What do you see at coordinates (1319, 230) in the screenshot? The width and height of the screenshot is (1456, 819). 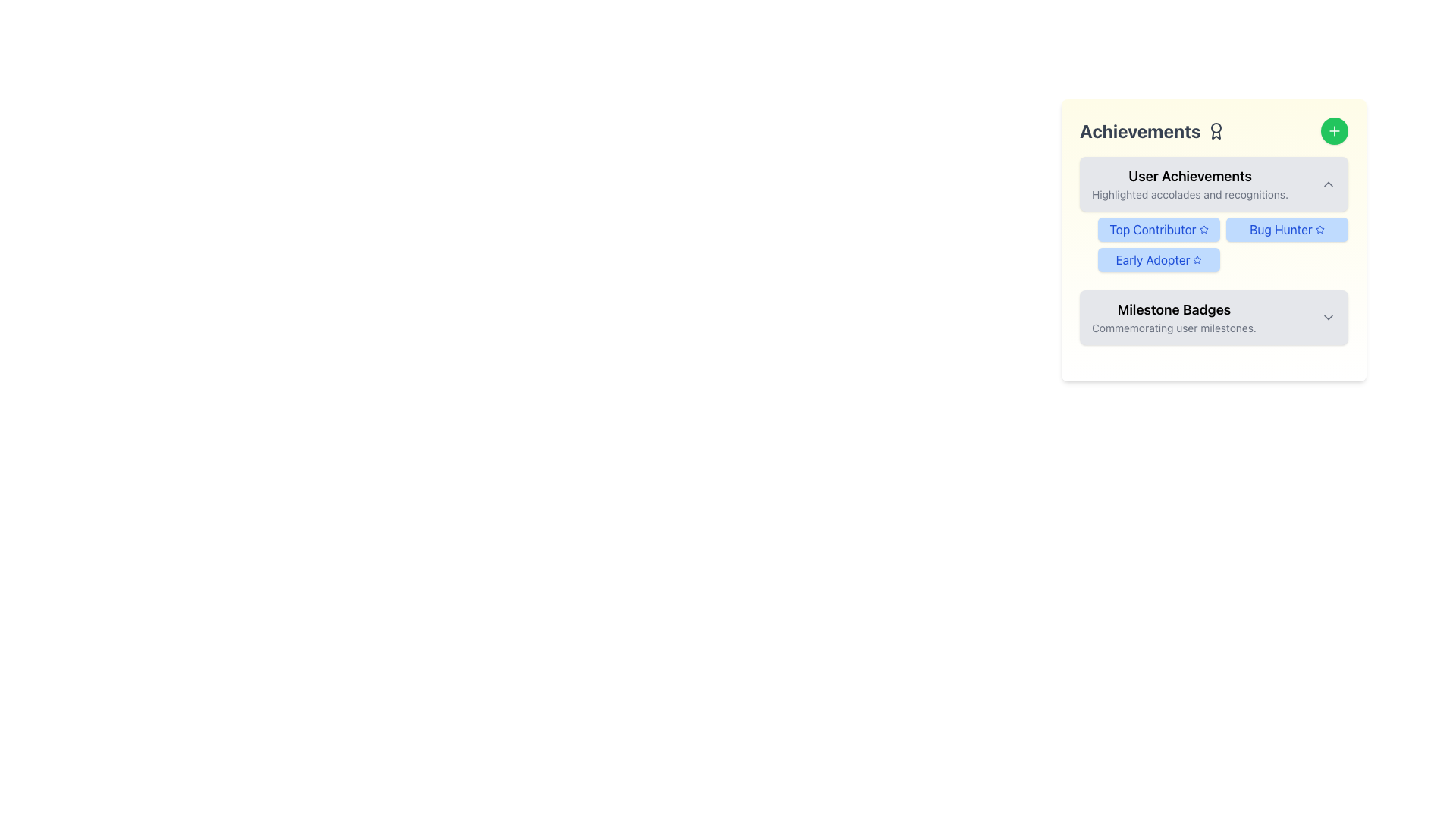 I see `the small star icon located to the right of the 'Bug Hunter' text label within the 'User Achievements' section` at bounding box center [1319, 230].